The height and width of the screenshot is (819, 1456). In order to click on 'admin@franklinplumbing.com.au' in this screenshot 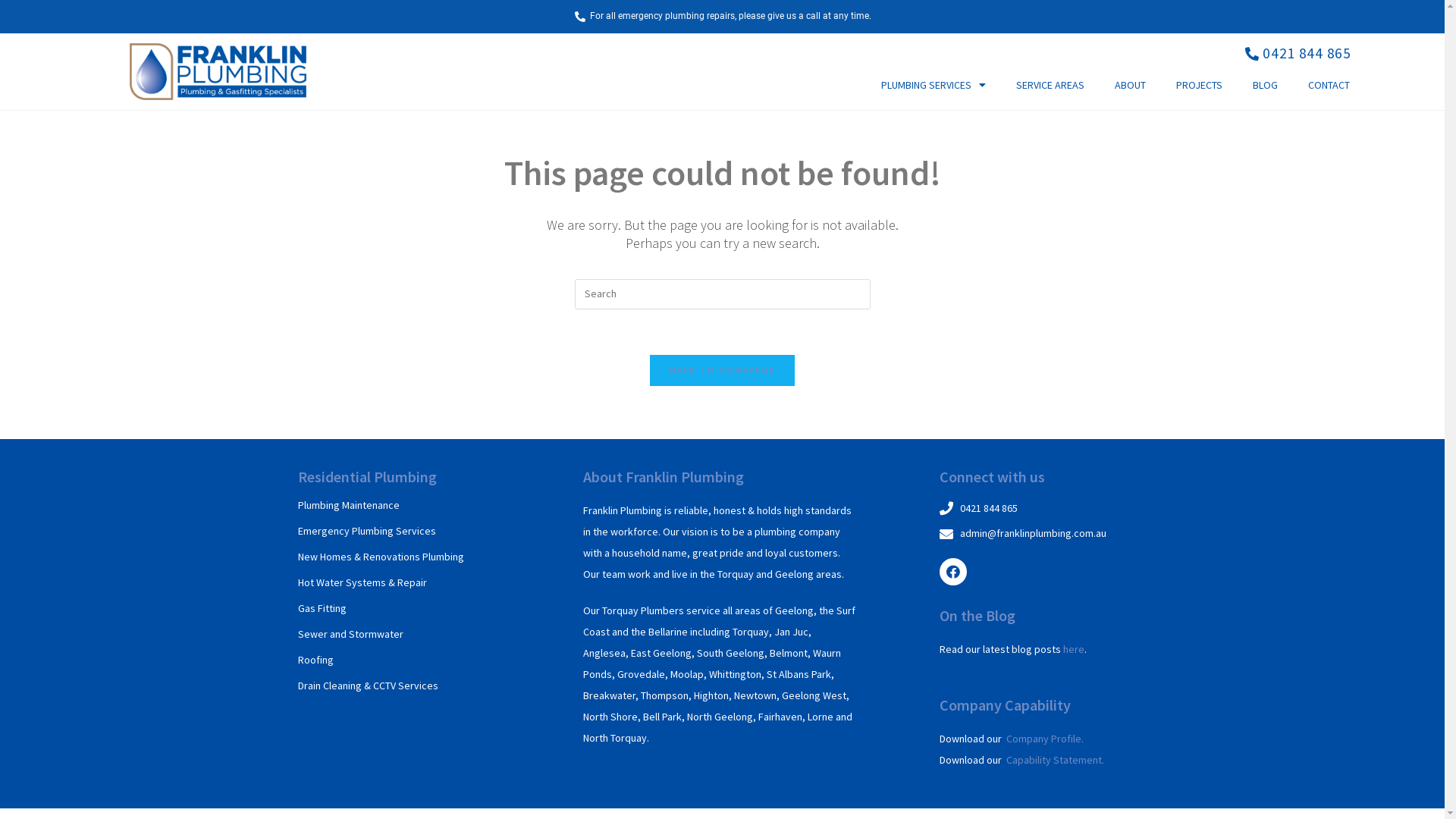, I will do `click(1043, 533)`.